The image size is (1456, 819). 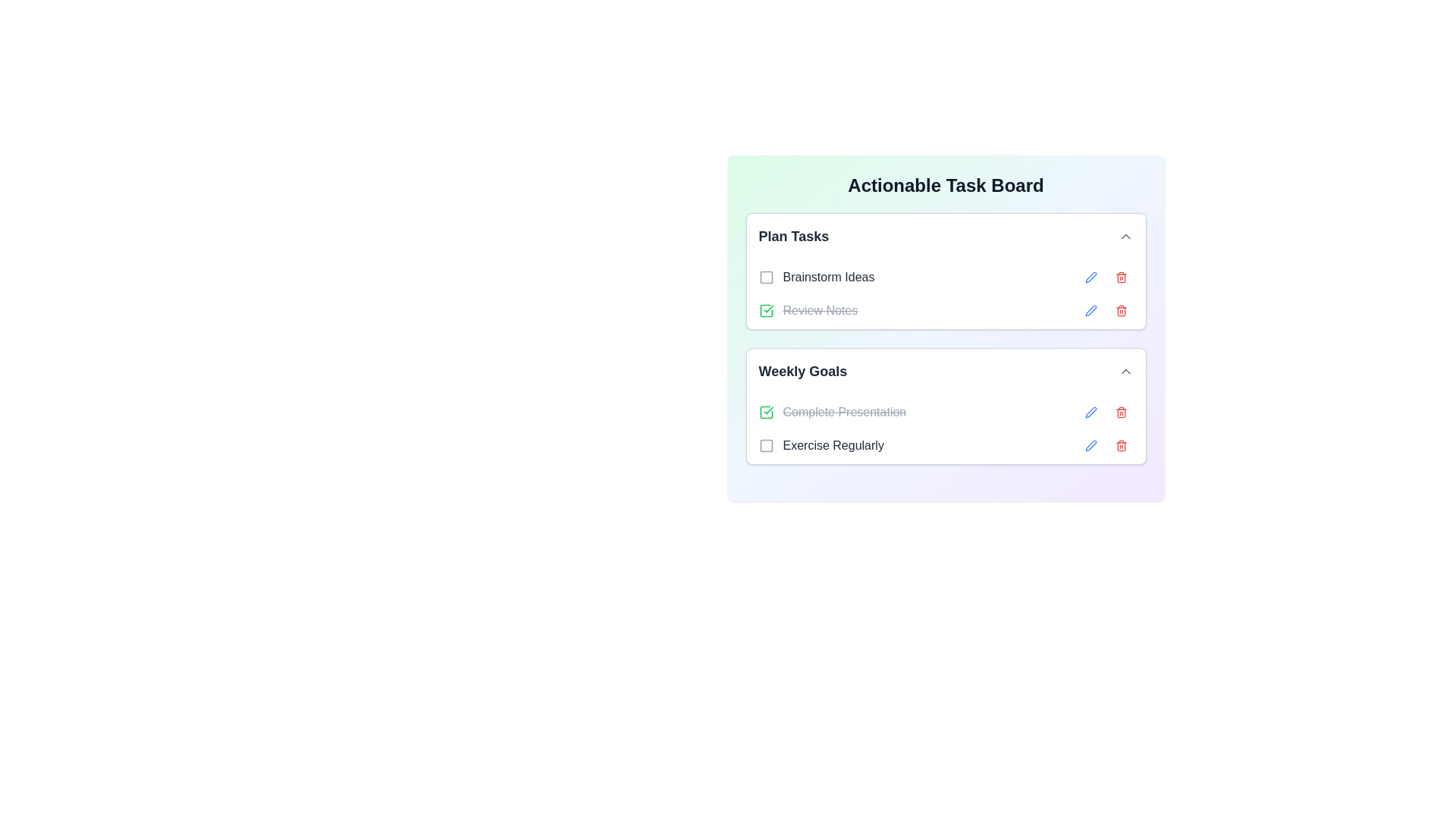 What do you see at coordinates (1125, 237) in the screenshot?
I see `the upward-pointing chevron icon located at the top-right corner of the 'Plan Tasks' section header` at bounding box center [1125, 237].